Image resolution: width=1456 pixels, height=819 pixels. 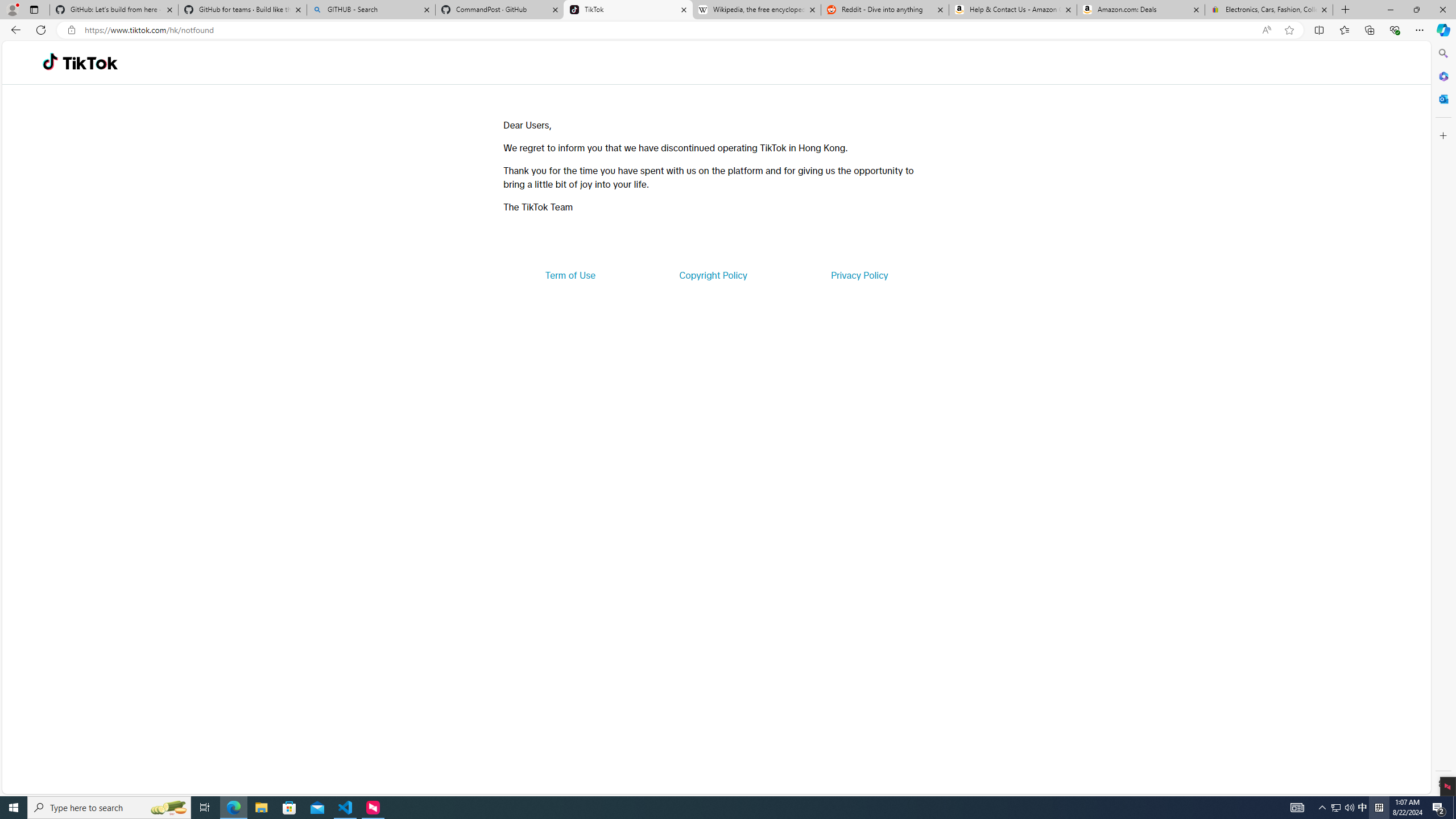 What do you see at coordinates (1443, 418) in the screenshot?
I see `'Side bar'` at bounding box center [1443, 418].